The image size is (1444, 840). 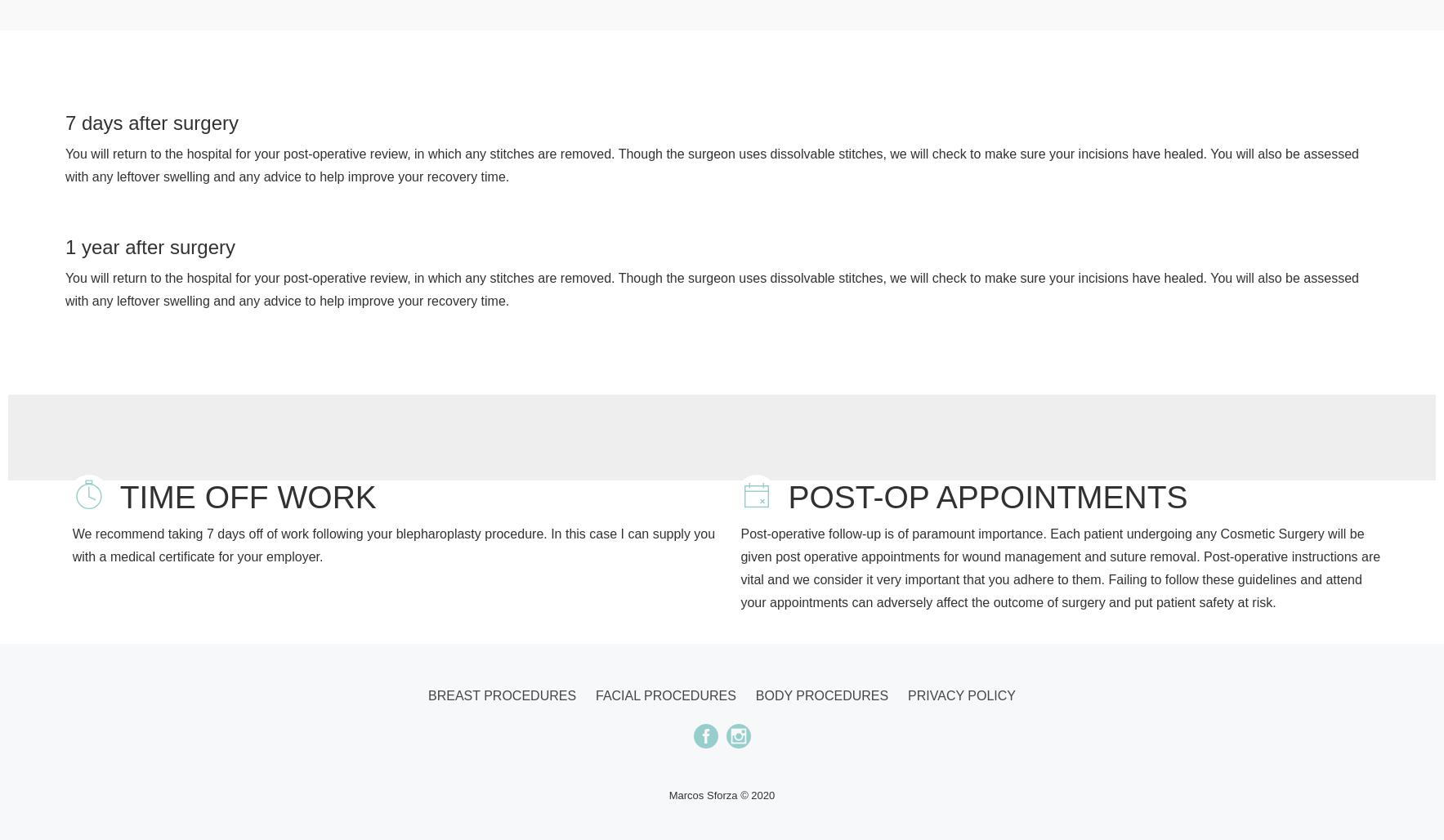 I want to click on 'Breast procedures', so click(x=501, y=695).